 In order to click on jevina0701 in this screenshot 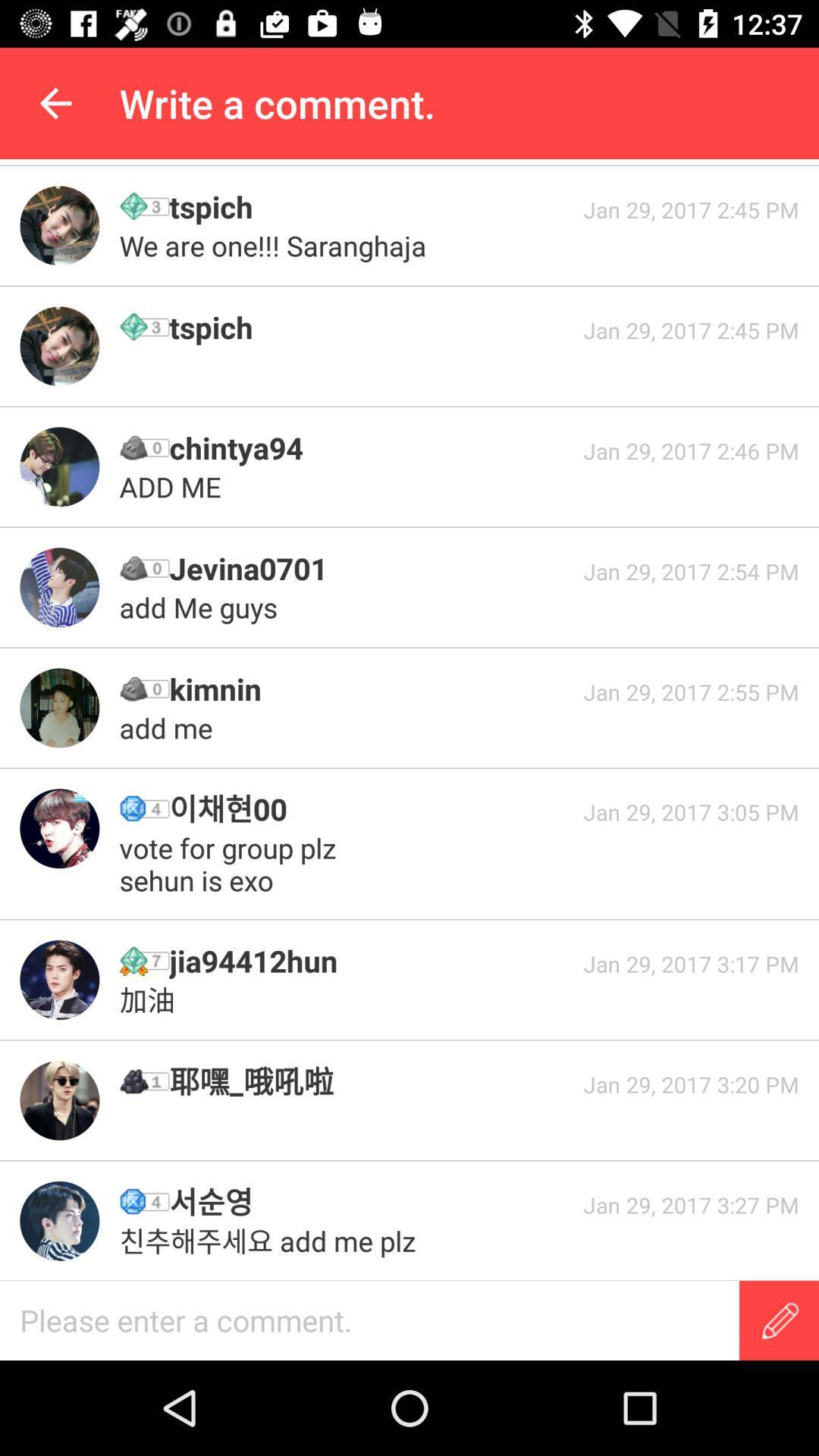, I will do `click(371, 567)`.